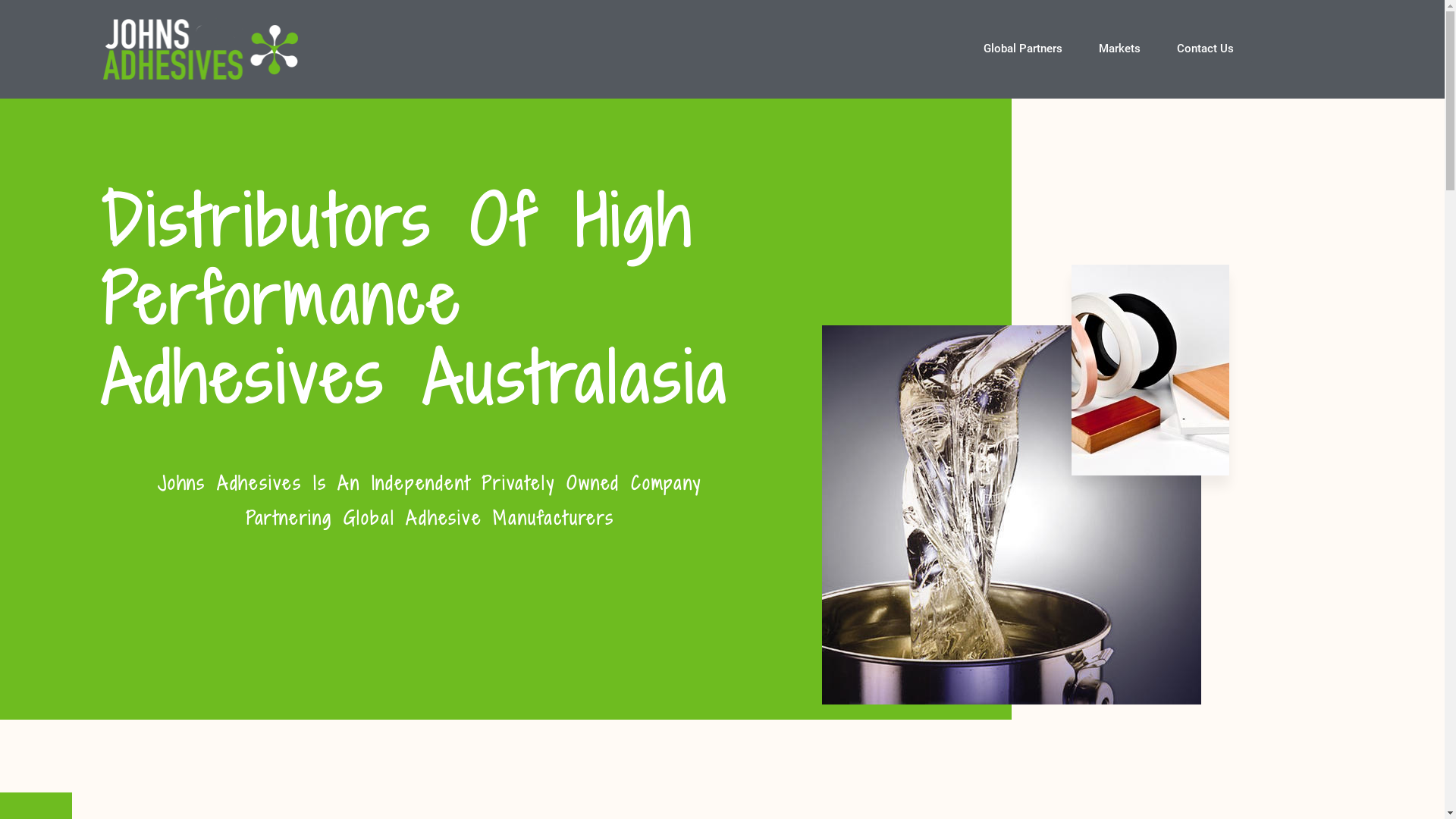  What do you see at coordinates (1080, 48) in the screenshot?
I see `'Markets'` at bounding box center [1080, 48].